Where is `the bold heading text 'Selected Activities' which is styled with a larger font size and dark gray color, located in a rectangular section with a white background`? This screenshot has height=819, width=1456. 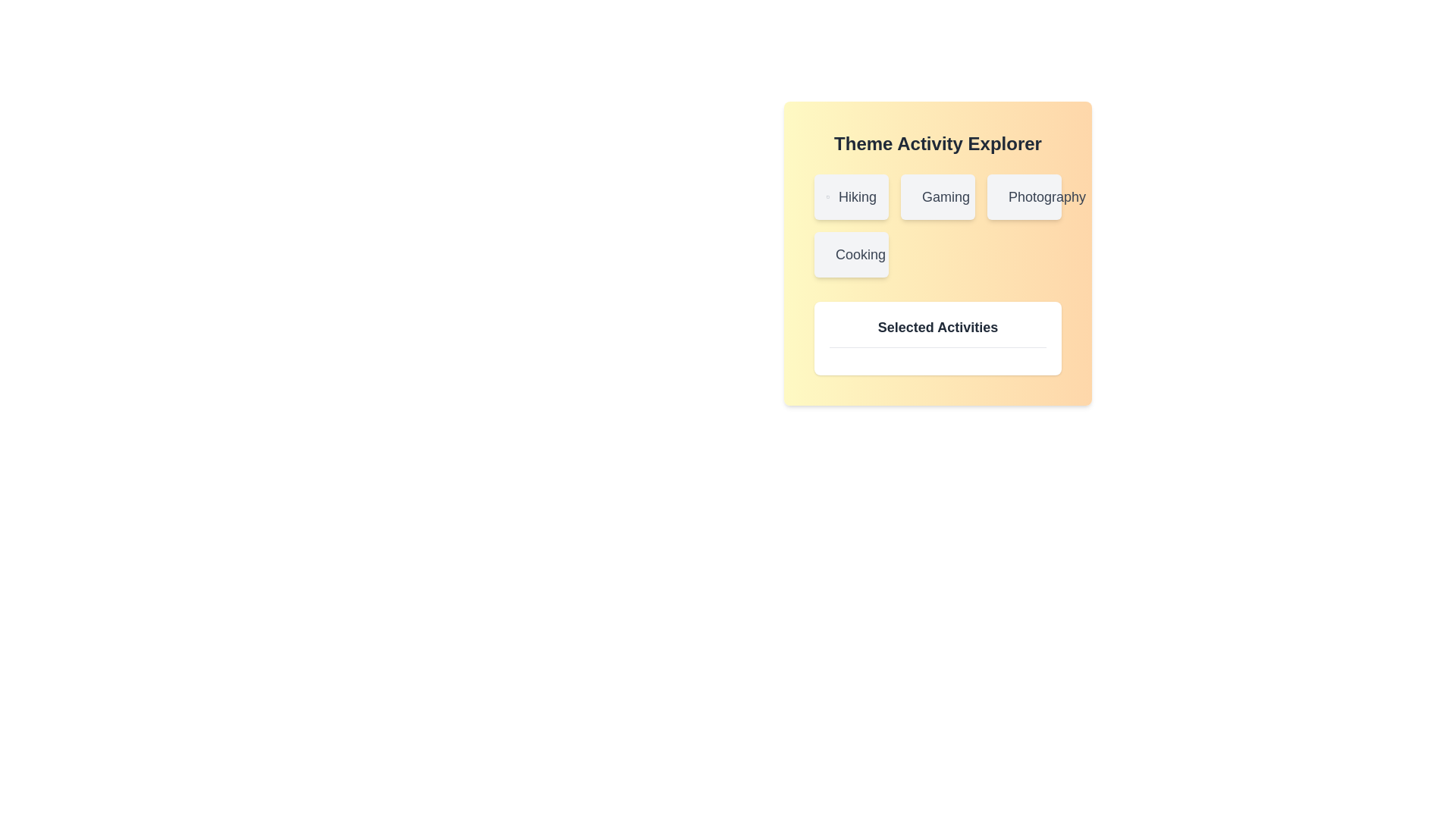 the bold heading text 'Selected Activities' which is styled with a larger font size and dark gray color, located in a rectangular section with a white background is located at coordinates (937, 331).